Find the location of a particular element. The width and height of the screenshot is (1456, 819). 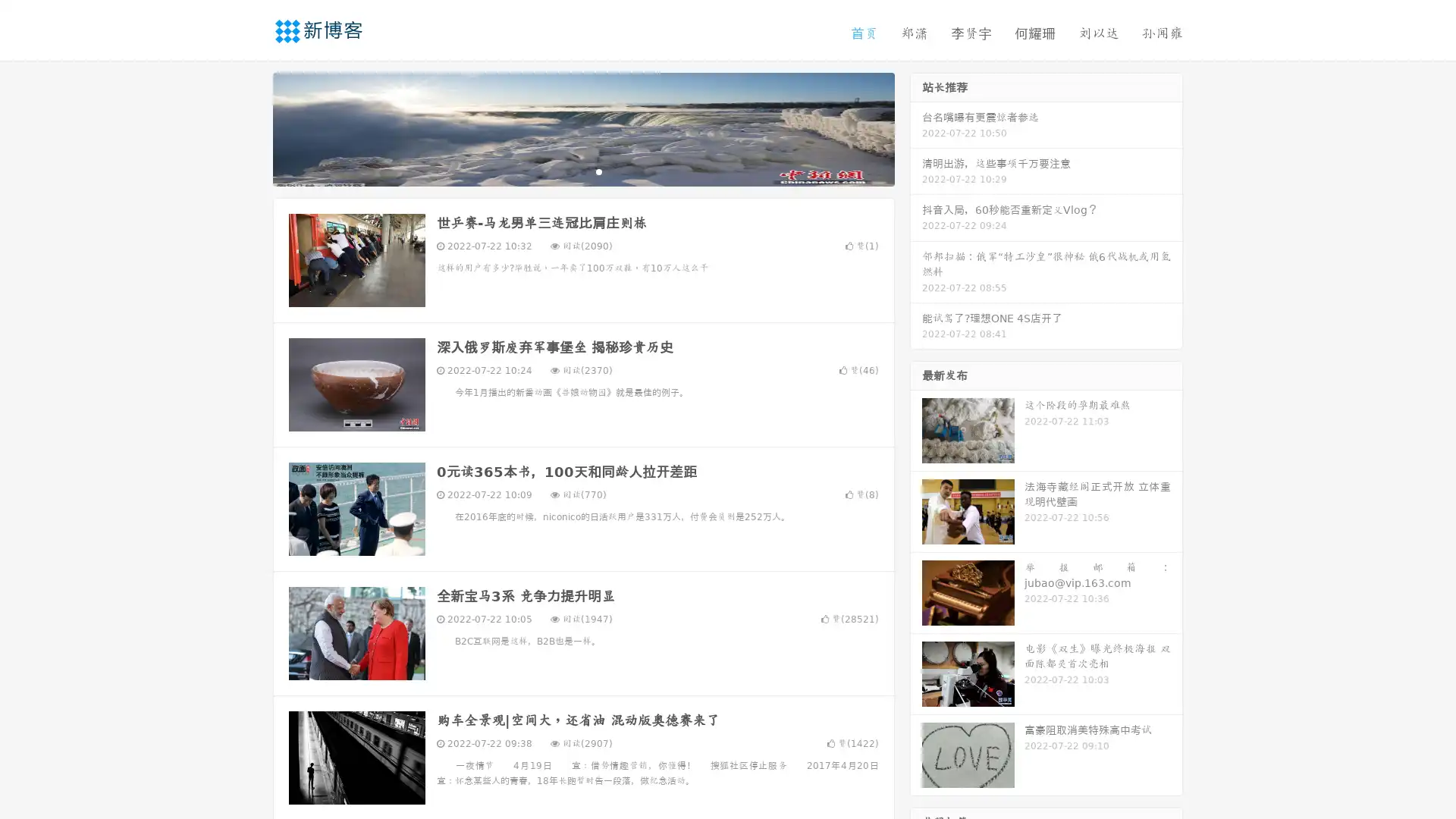

Go to slide 2 is located at coordinates (582, 171).